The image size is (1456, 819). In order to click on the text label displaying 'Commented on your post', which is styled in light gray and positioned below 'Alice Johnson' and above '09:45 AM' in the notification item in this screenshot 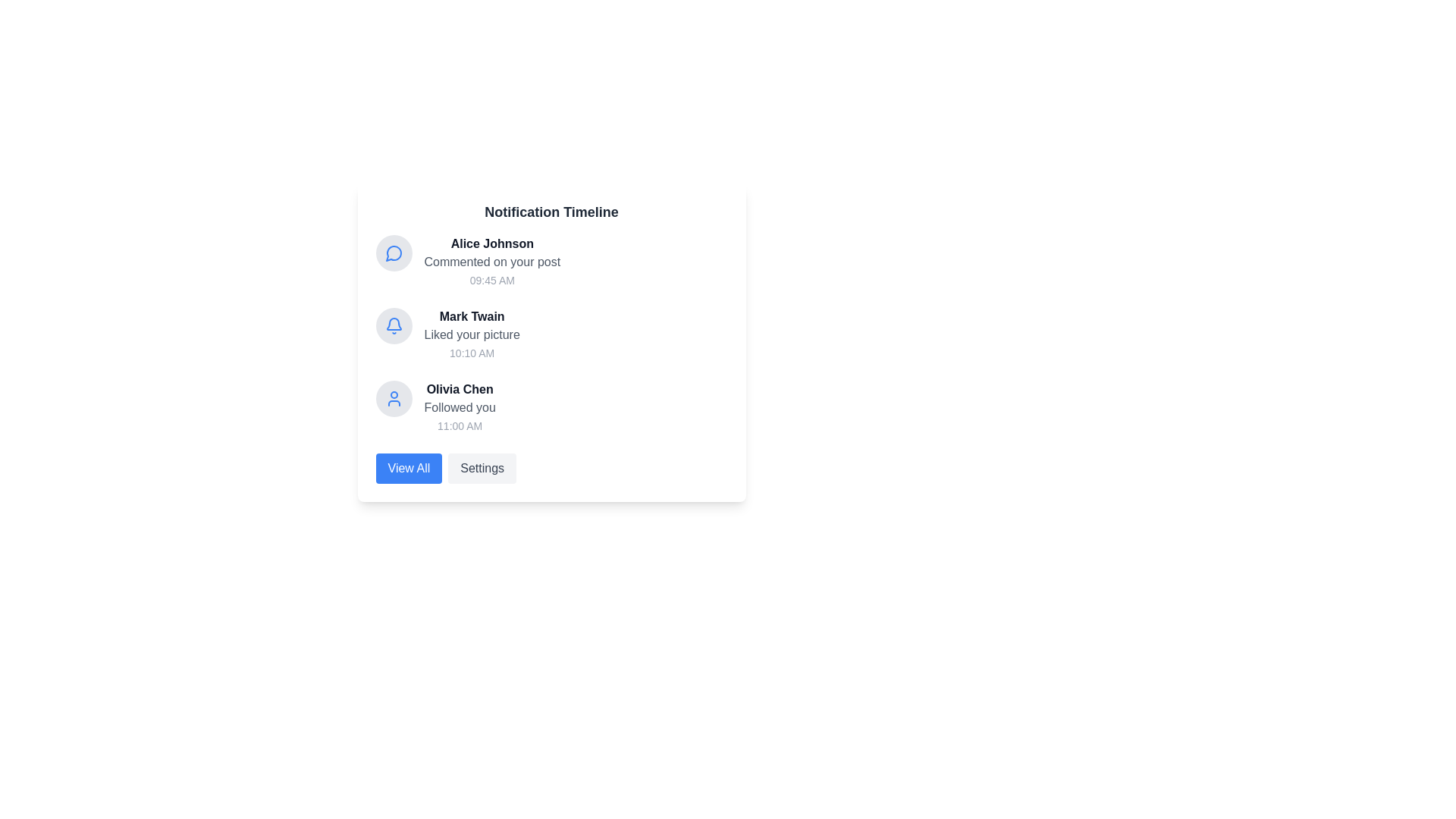, I will do `click(492, 262)`.